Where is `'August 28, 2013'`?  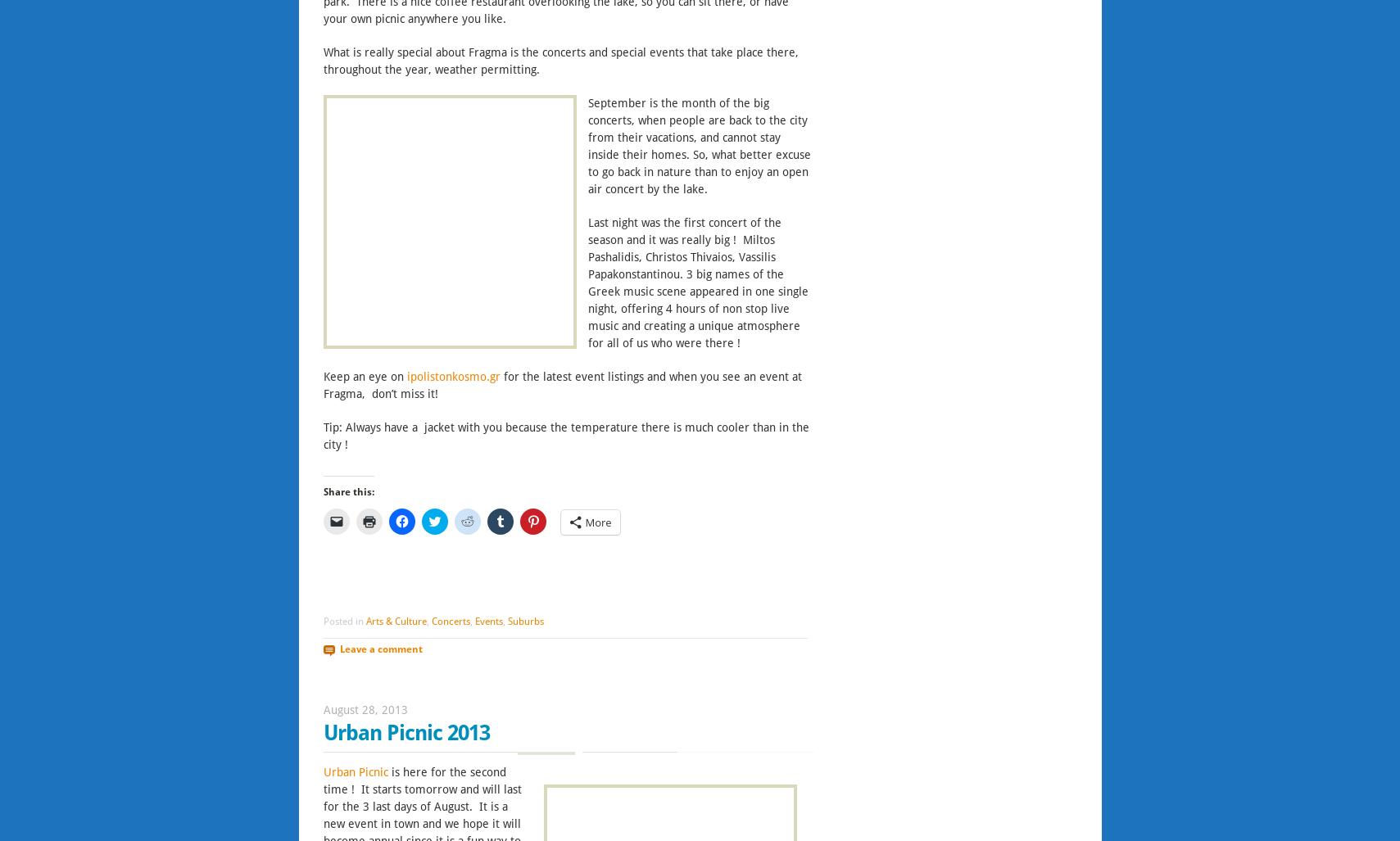
'August 28, 2013' is located at coordinates (364, 710).